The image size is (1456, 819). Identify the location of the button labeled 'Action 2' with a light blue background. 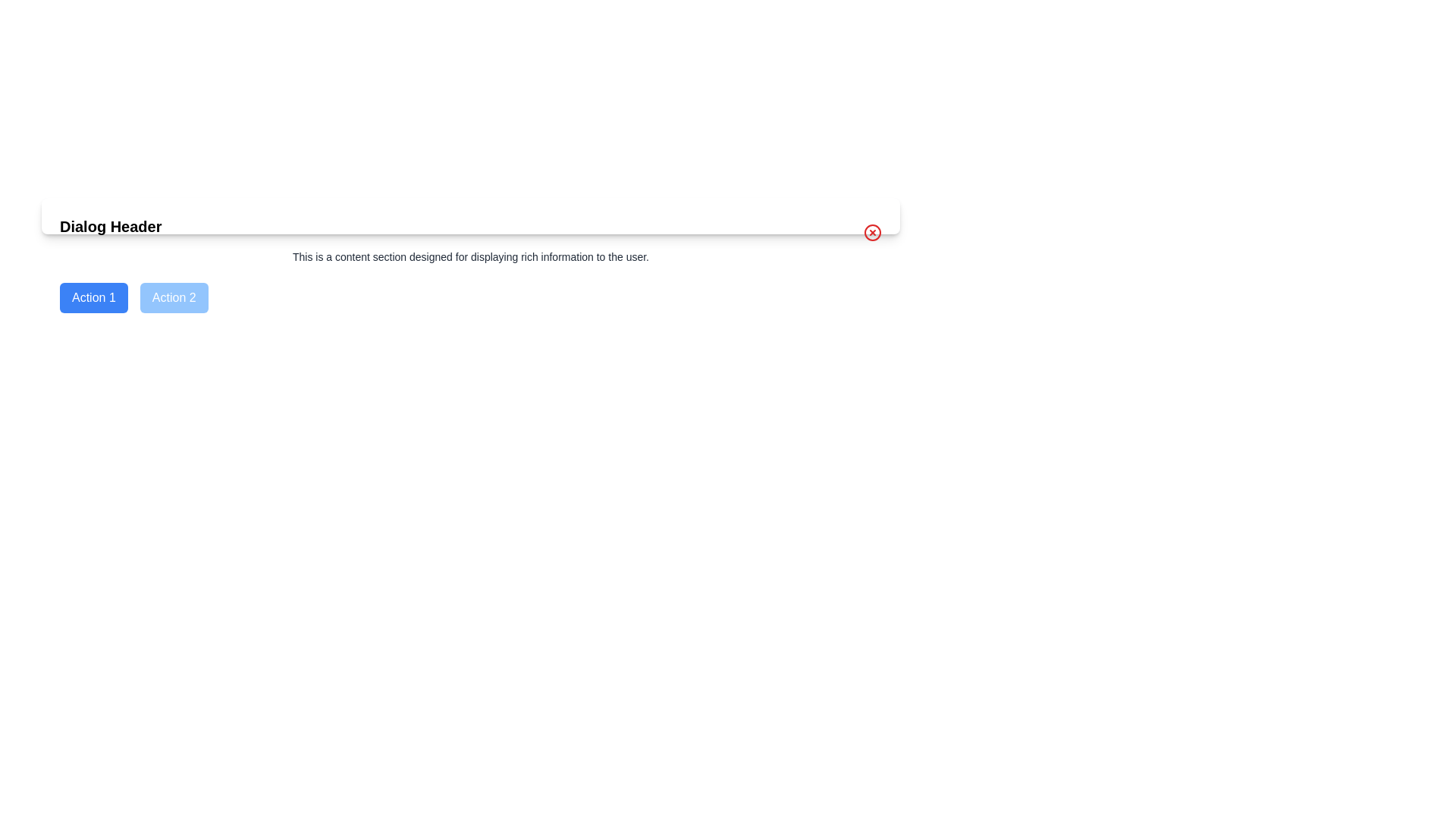
(174, 298).